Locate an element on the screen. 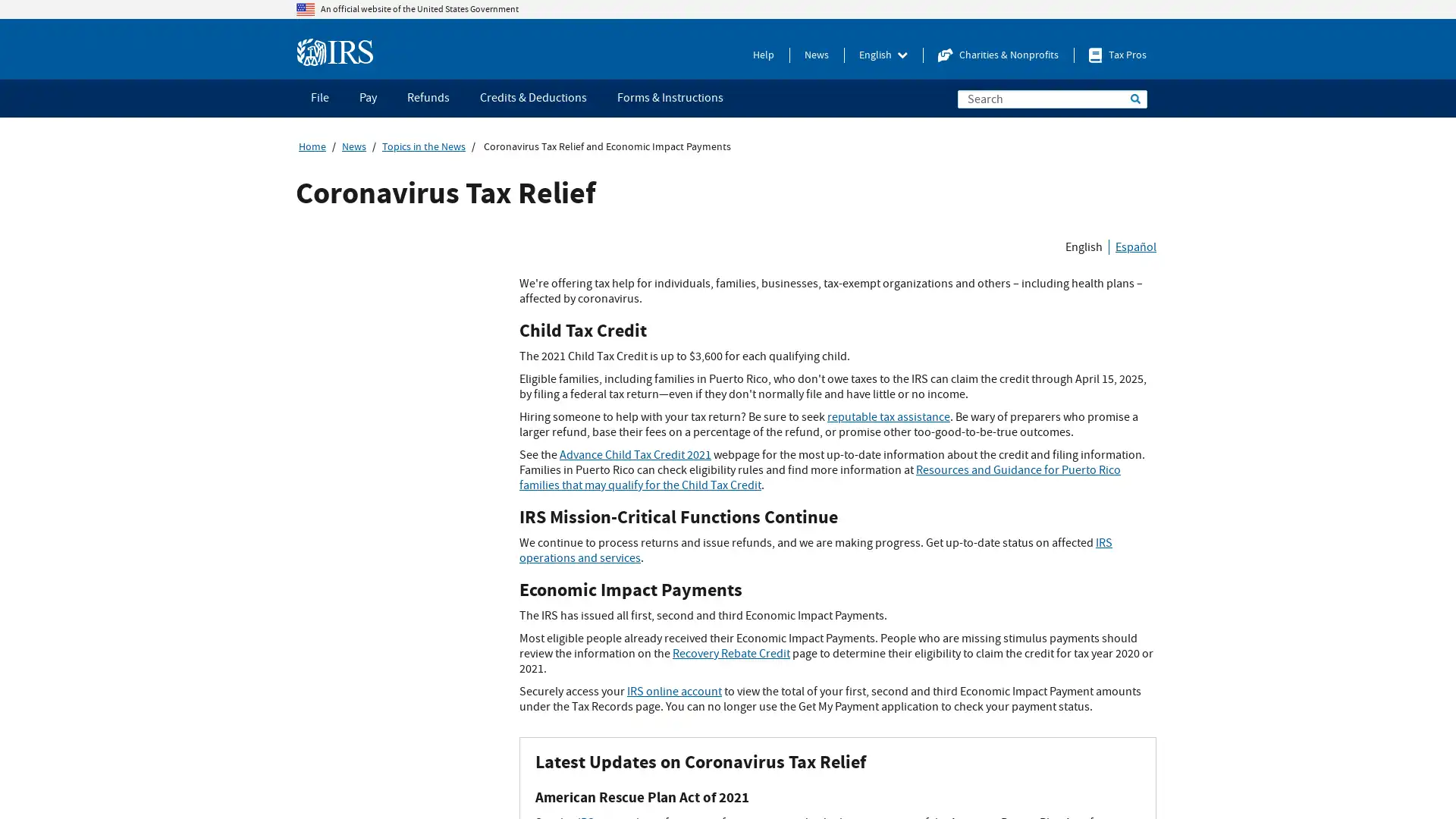  Press enter to activate the menu, then navigate with the tab key. is located at coordinates (883, 55).